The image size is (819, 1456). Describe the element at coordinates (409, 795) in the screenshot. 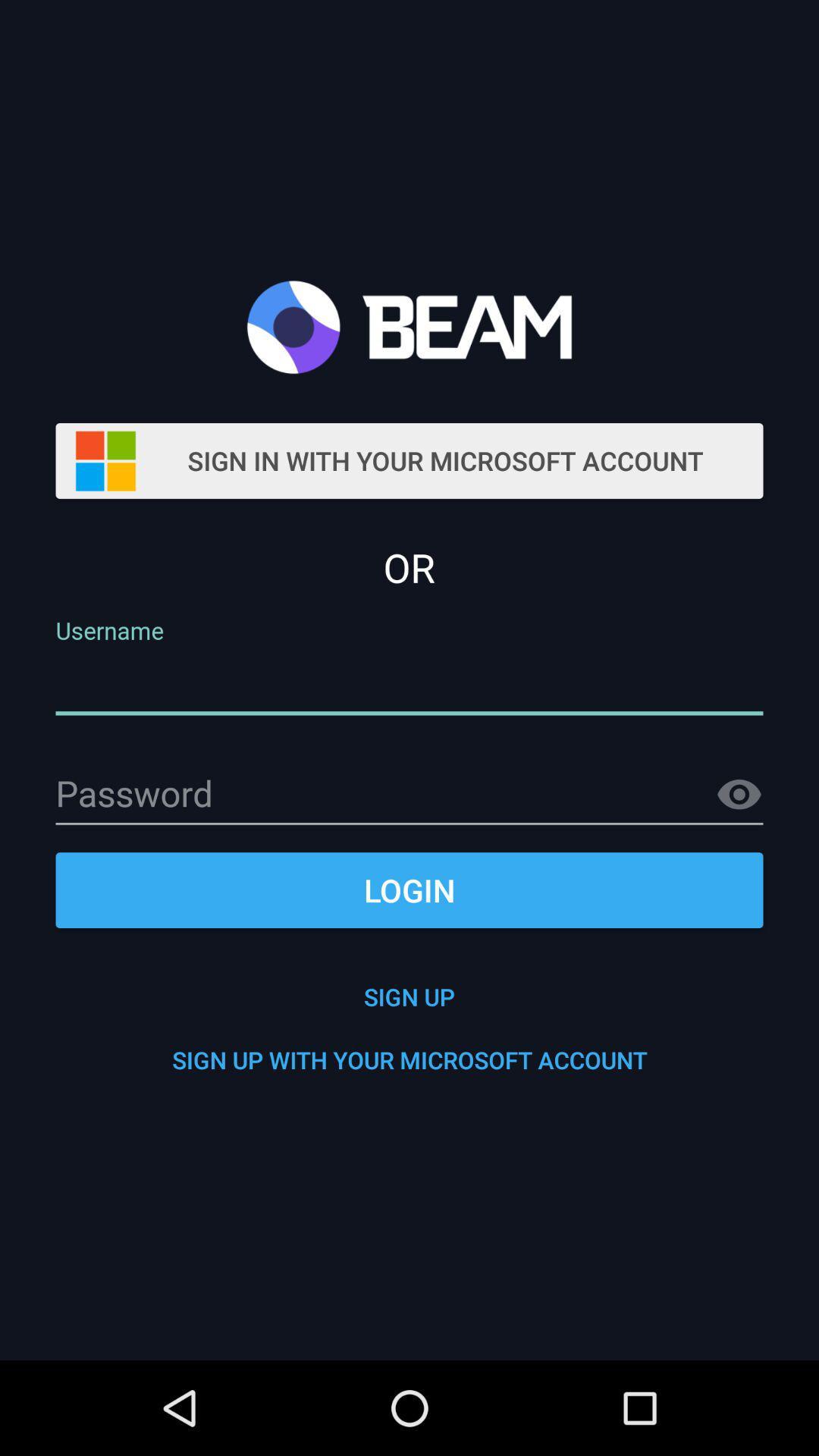

I see `text` at that location.